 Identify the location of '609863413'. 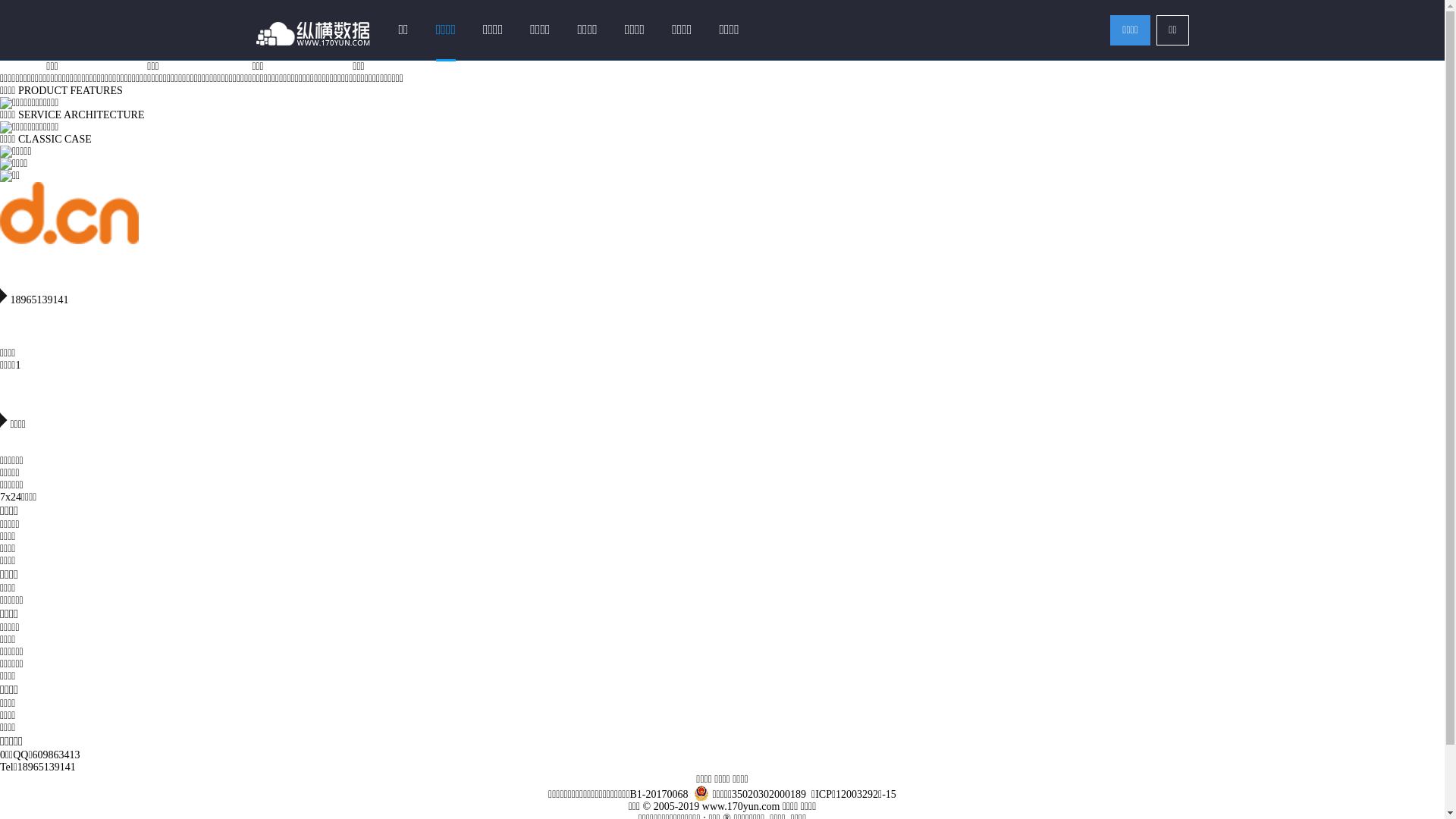
(56, 755).